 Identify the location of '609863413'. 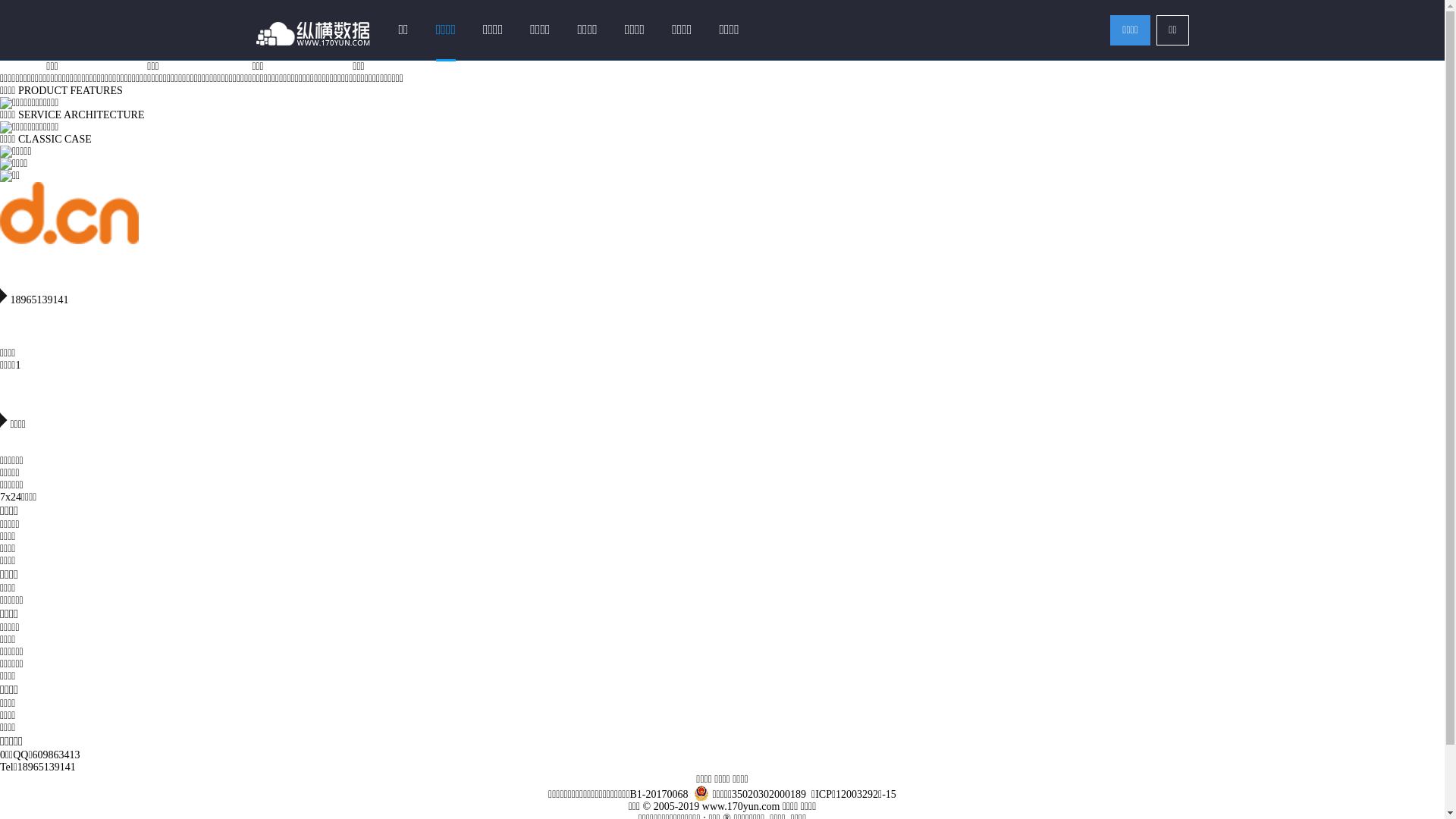
(56, 755).